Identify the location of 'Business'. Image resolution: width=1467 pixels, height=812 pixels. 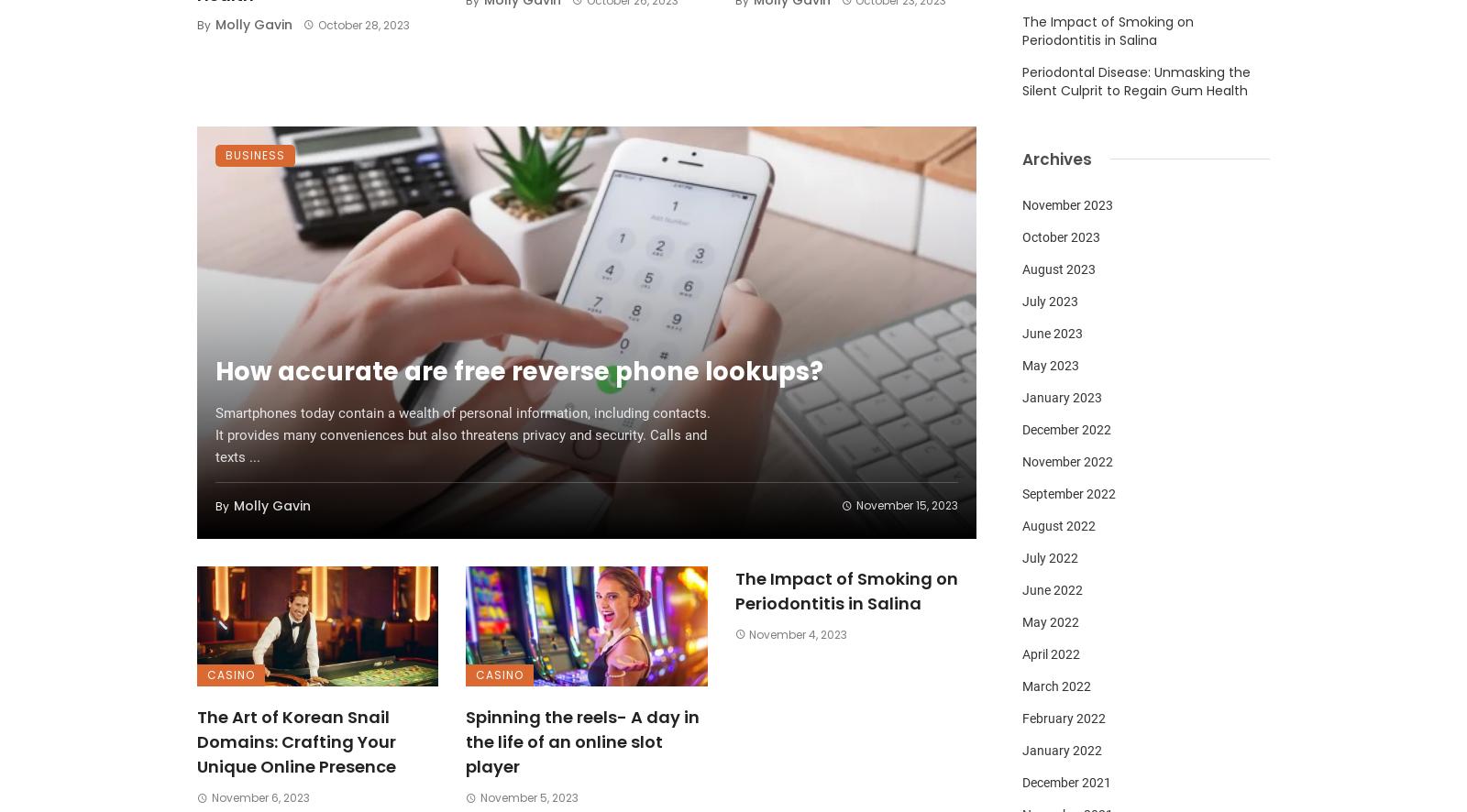
(255, 153).